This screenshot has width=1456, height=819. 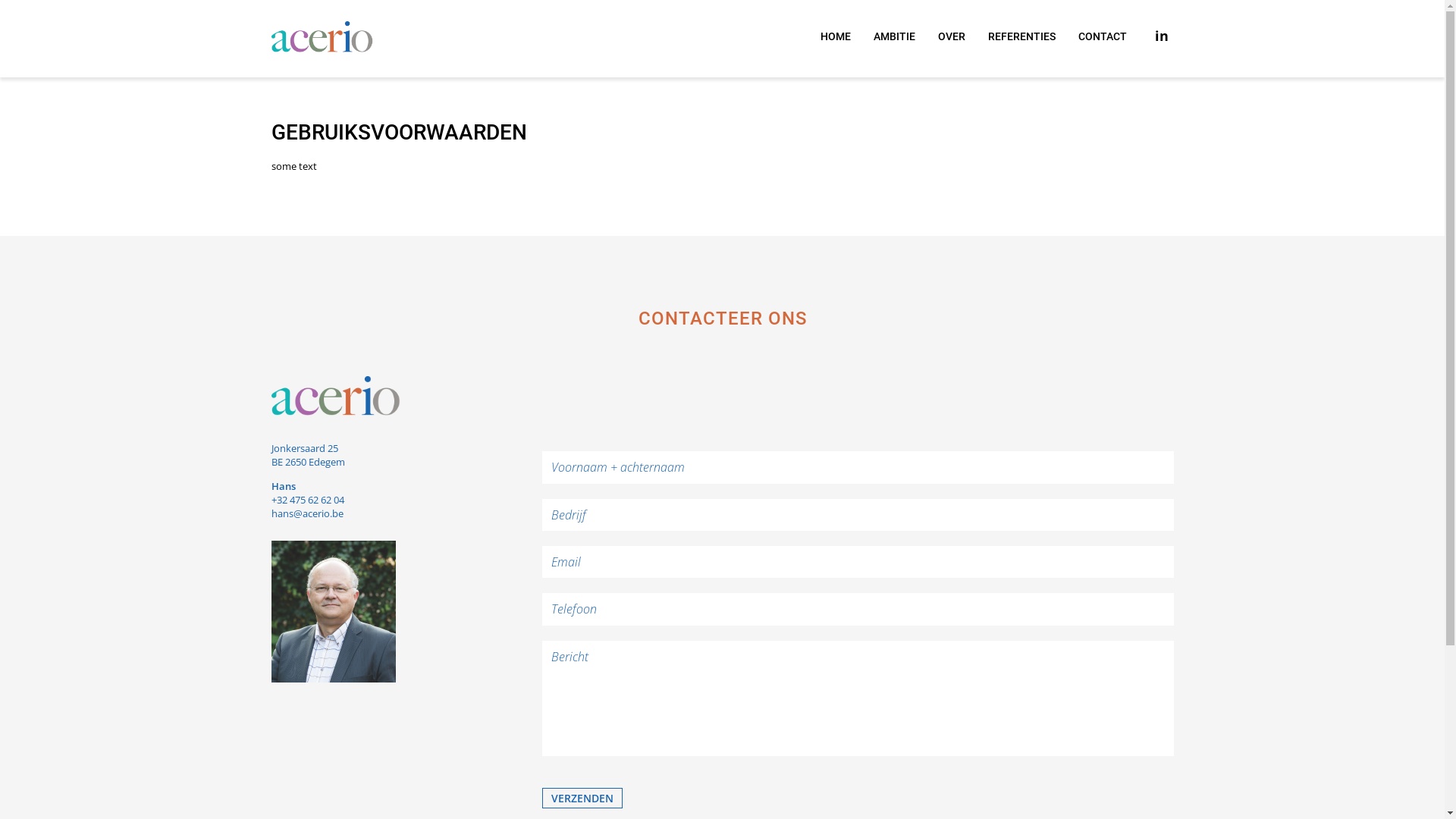 I want to click on 'CONTACT', so click(x=1103, y=36).